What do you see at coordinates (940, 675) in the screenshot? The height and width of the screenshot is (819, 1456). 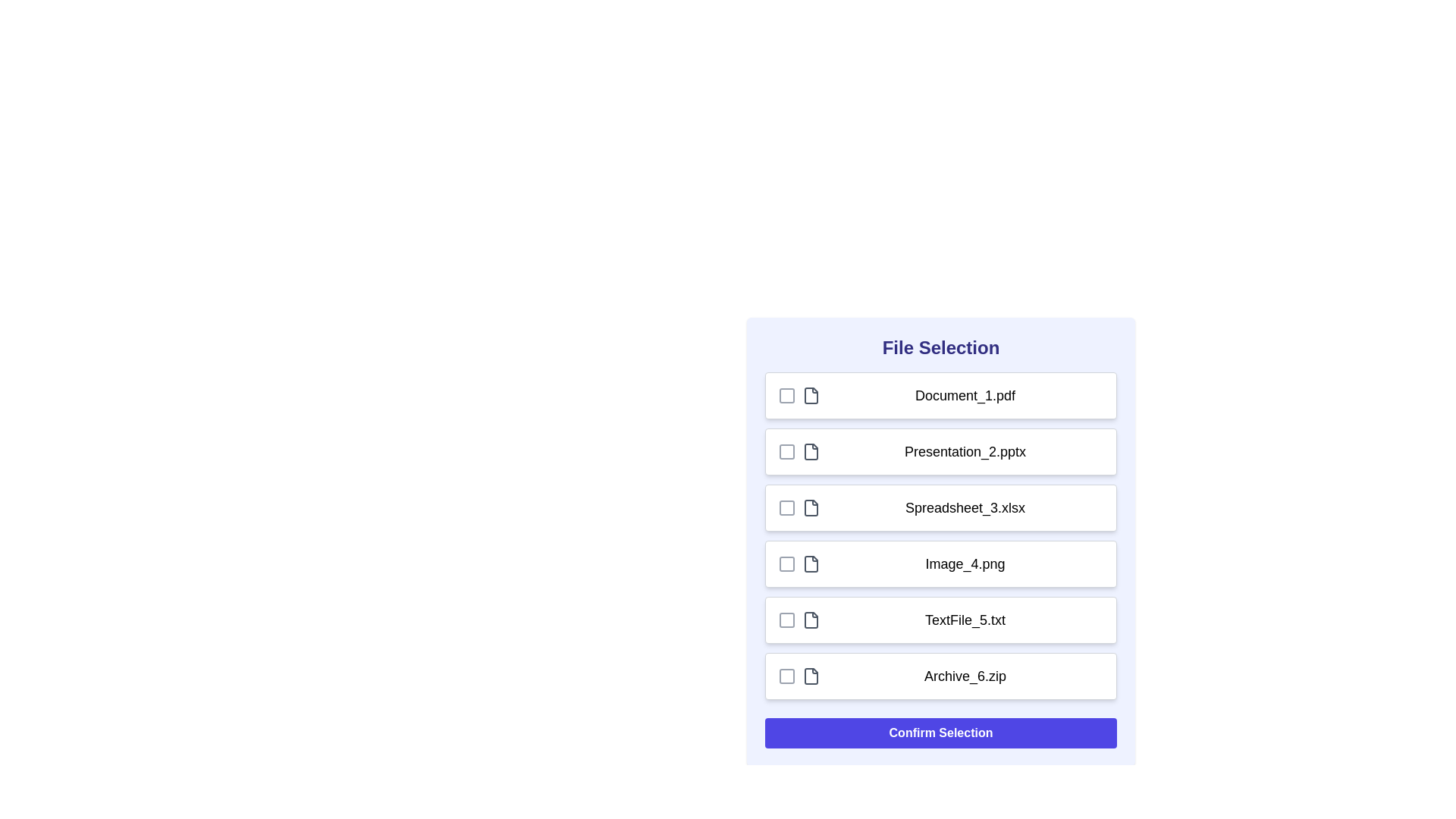 I see `the file row corresponding to Archive_6.zip` at bounding box center [940, 675].